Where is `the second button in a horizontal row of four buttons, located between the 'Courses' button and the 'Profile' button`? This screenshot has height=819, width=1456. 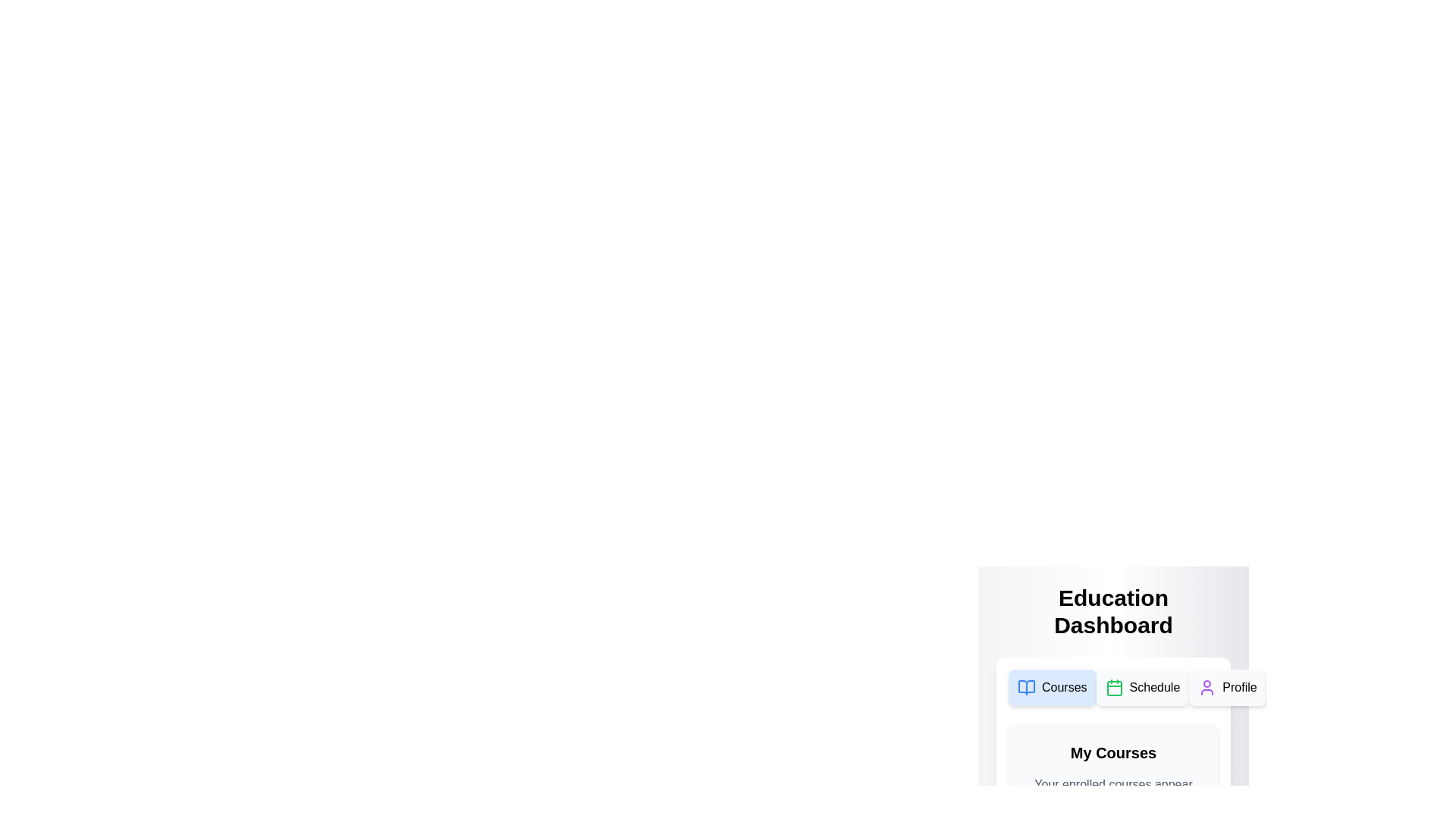
the second button in a horizontal row of four buttons, located between the 'Courses' button and the 'Profile' button is located at coordinates (1143, 687).